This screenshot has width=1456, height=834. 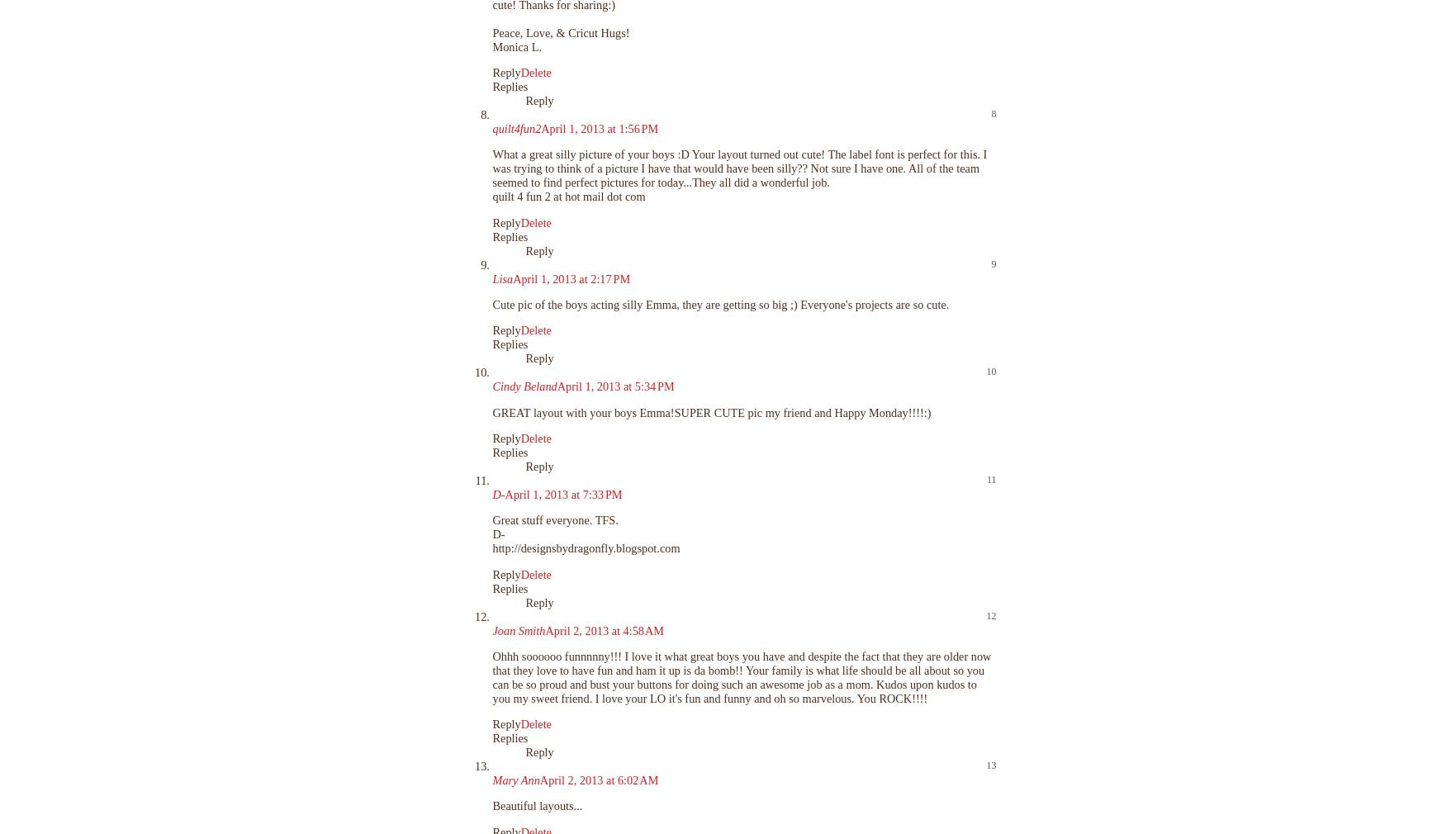 What do you see at coordinates (517, 45) in the screenshot?
I see `'Monica L.'` at bounding box center [517, 45].